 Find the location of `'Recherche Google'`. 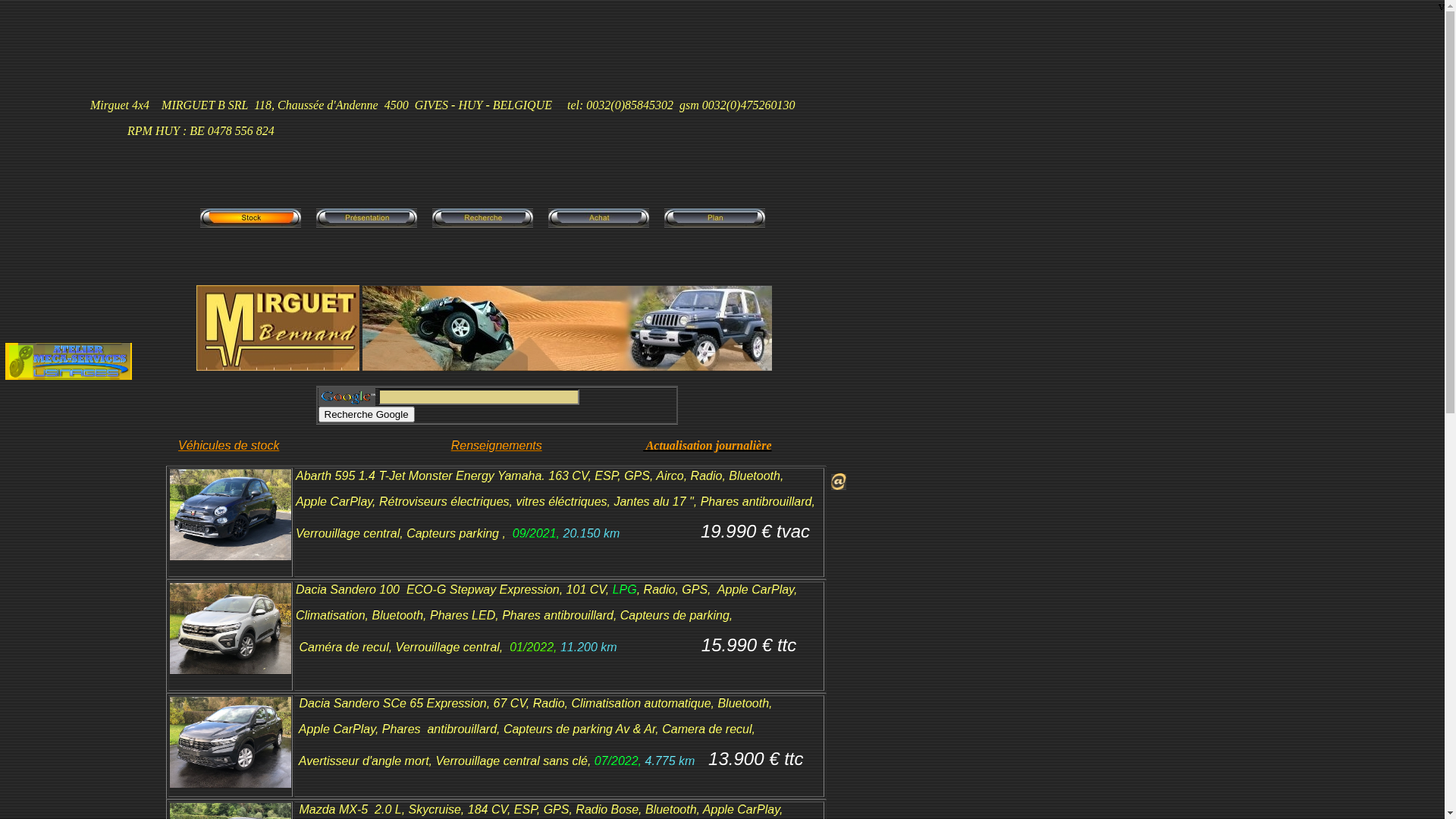

'Recherche Google' is located at coordinates (366, 414).